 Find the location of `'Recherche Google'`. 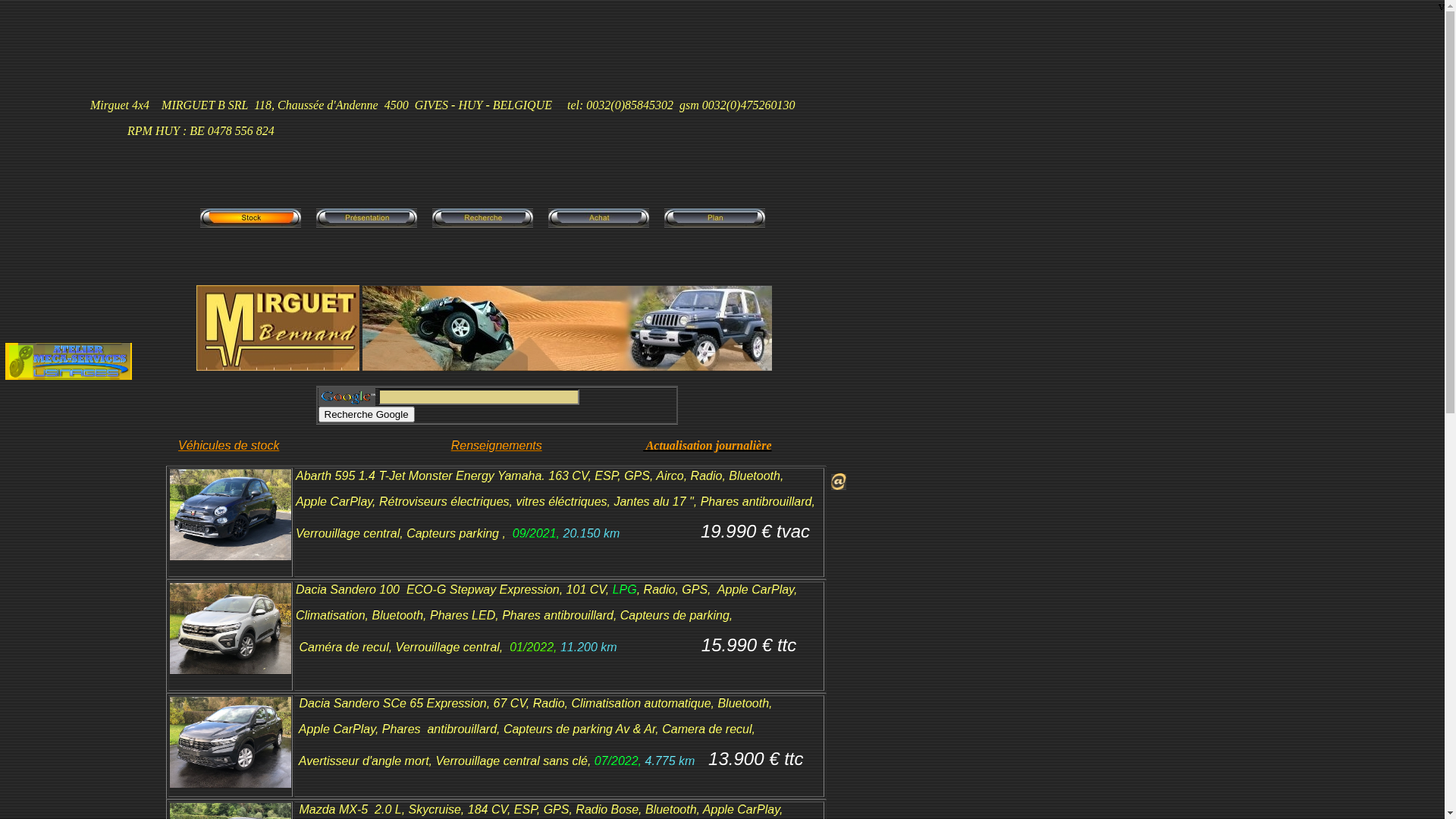

'Recherche Google' is located at coordinates (366, 414).